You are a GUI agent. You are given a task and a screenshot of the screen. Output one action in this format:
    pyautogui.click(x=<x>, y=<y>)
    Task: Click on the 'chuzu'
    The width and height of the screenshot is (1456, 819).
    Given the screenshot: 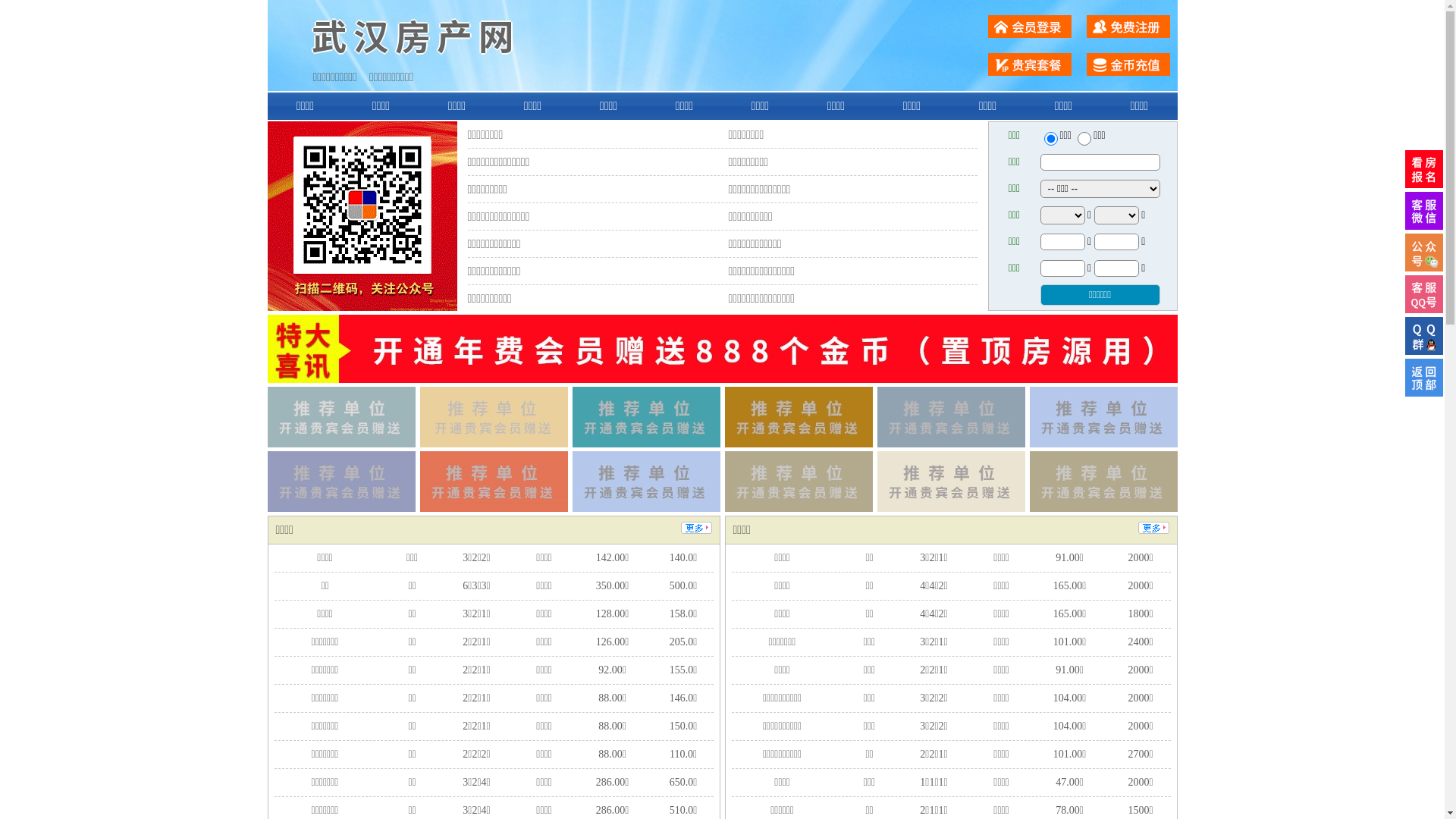 What is the action you would take?
    pyautogui.click(x=1084, y=138)
    